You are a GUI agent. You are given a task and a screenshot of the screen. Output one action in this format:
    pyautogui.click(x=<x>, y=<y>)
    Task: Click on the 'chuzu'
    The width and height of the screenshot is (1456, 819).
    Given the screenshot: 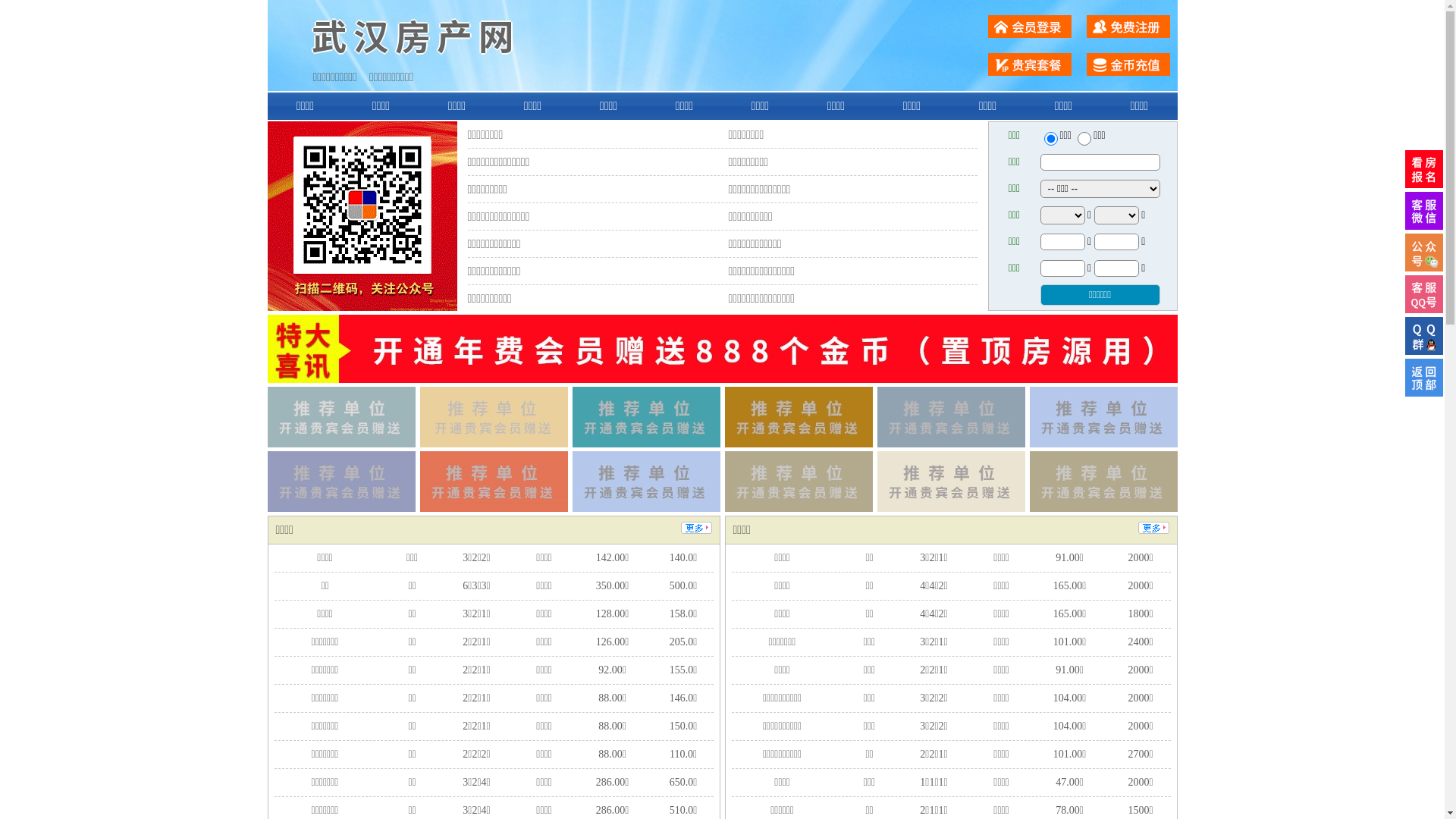 What is the action you would take?
    pyautogui.click(x=1084, y=138)
    